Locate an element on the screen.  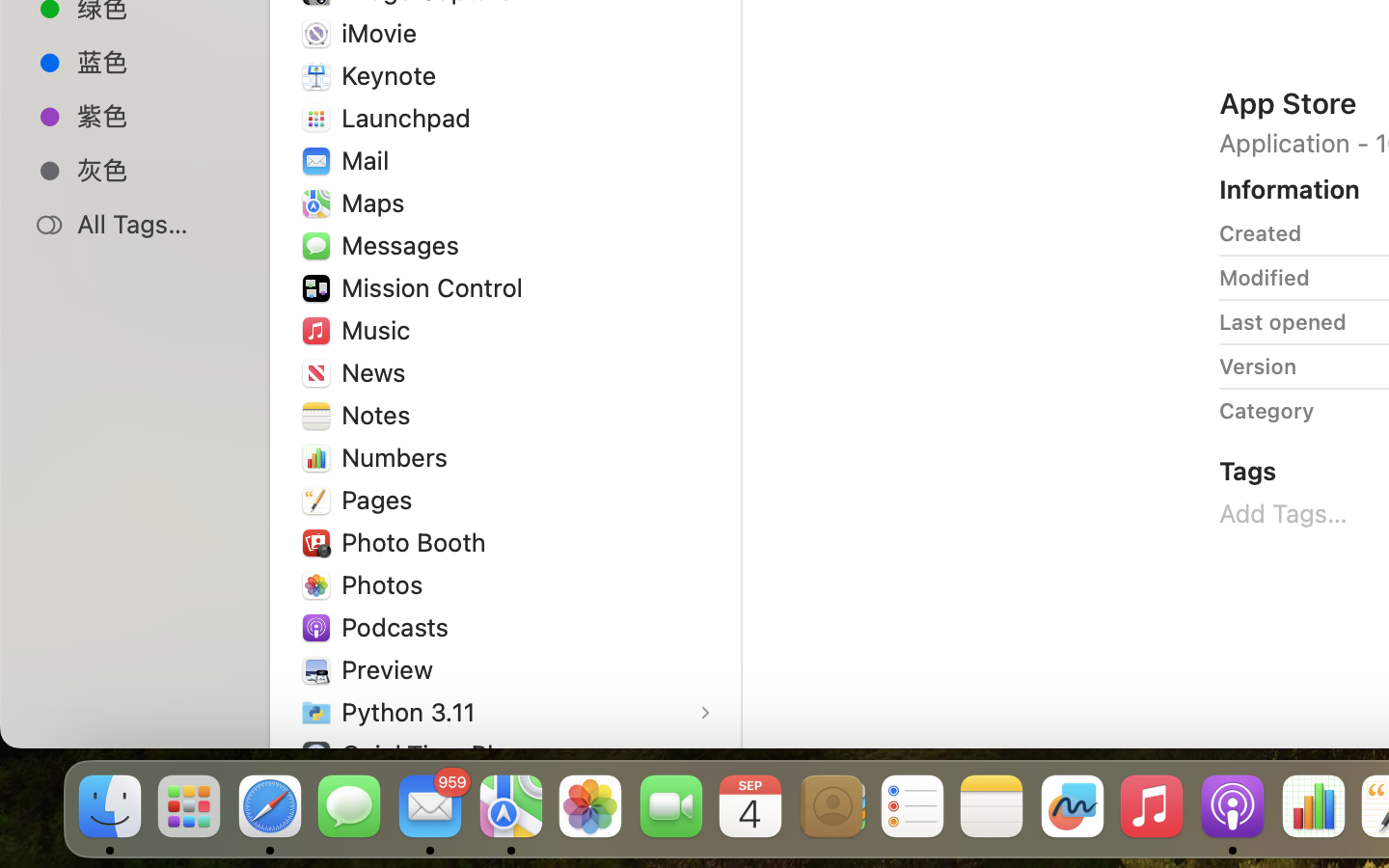
'蓝色' is located at coordinates (153, 60).